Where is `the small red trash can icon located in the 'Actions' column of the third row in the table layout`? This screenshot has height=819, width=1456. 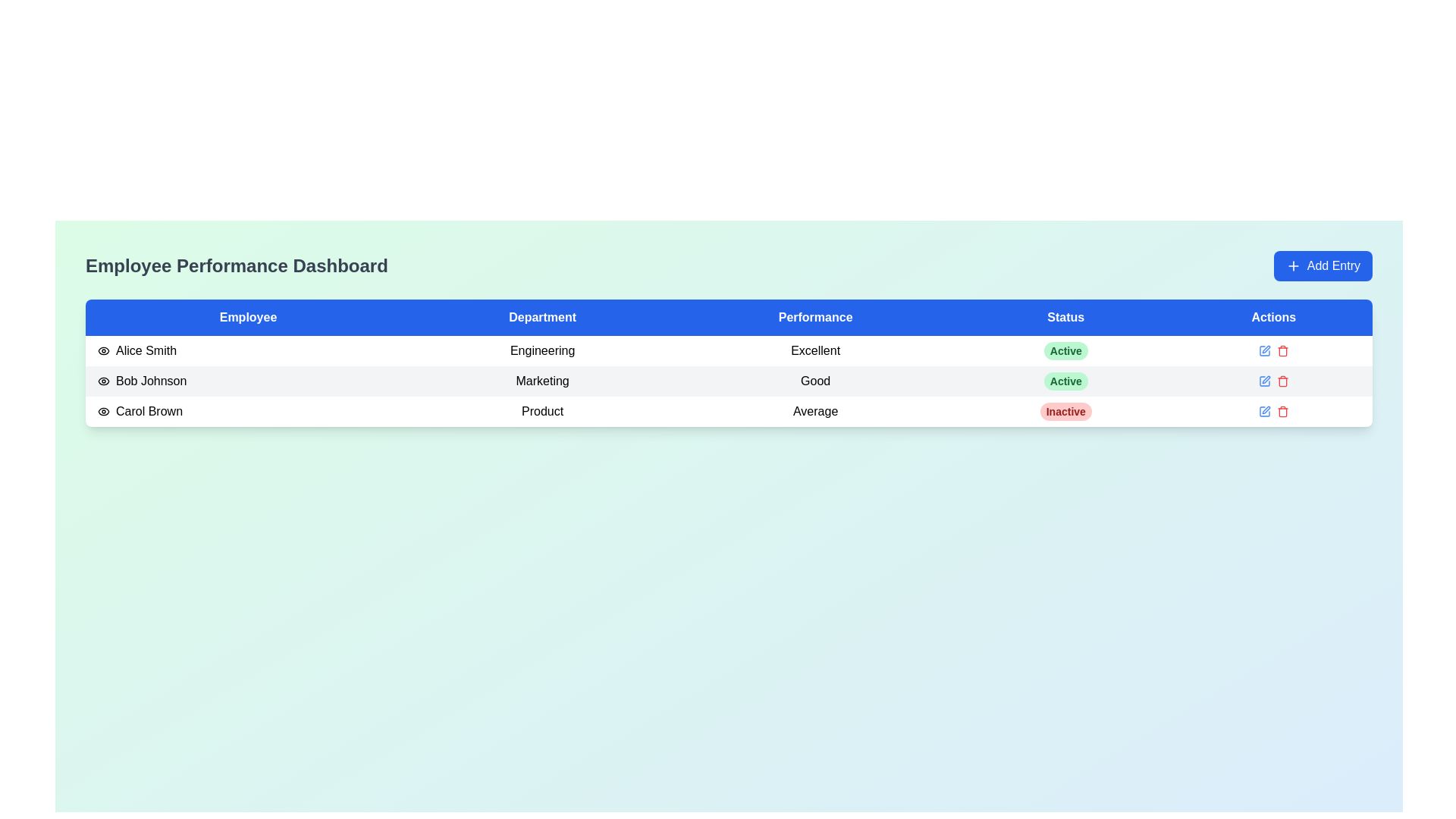 the small red trash can icon located in the 'Actions' column of the third row in the table layout is located at coordinates (1282, 350).